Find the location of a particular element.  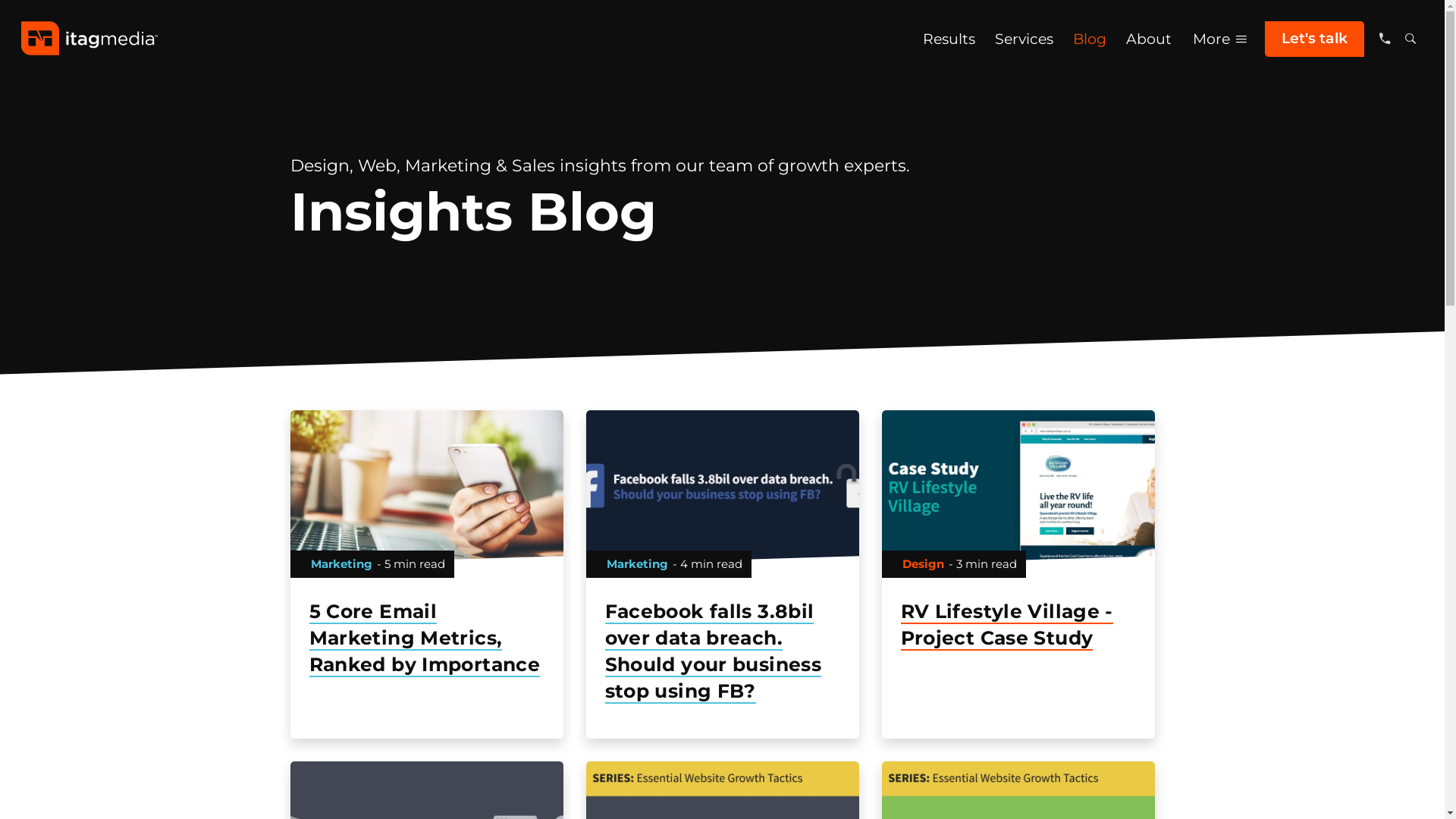

'About' is located at coordinates (1149, 38).